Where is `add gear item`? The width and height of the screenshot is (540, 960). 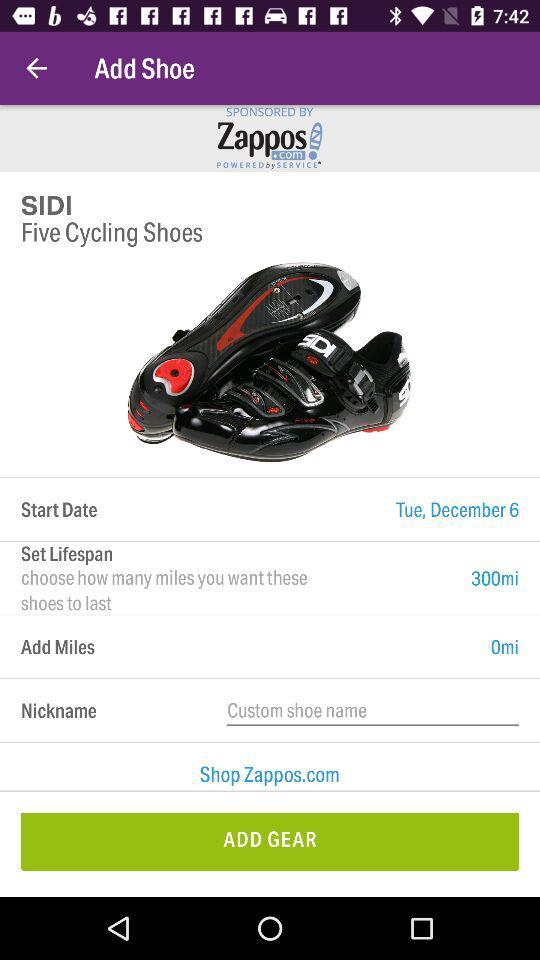 add gear item is located at coordinates (270, 840).